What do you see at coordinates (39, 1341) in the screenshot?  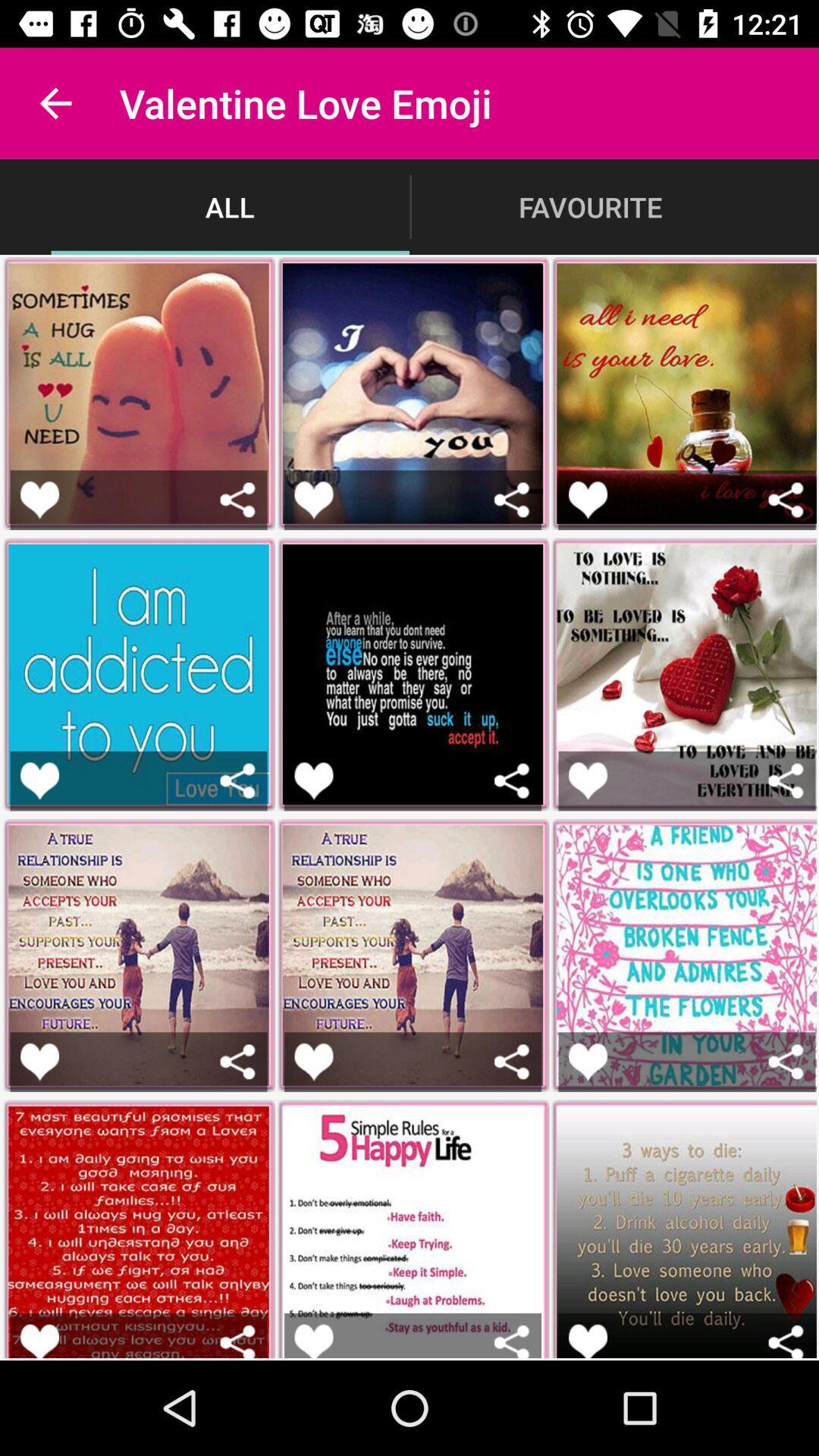 I see `the mem` at bounding box center [39, 1341].